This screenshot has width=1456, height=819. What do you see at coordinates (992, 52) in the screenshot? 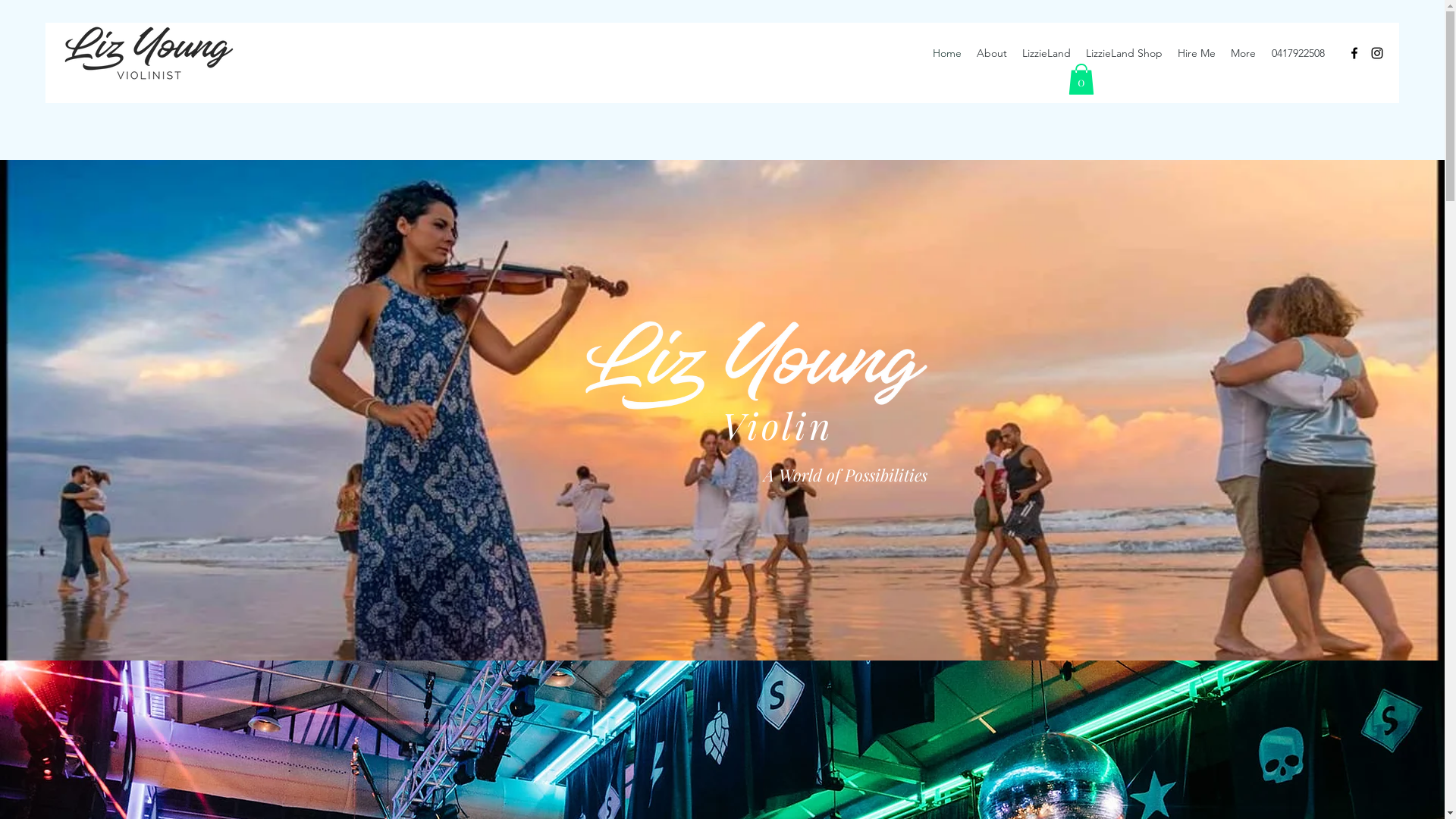
I see `'About'` at bounding box center [992, 52].